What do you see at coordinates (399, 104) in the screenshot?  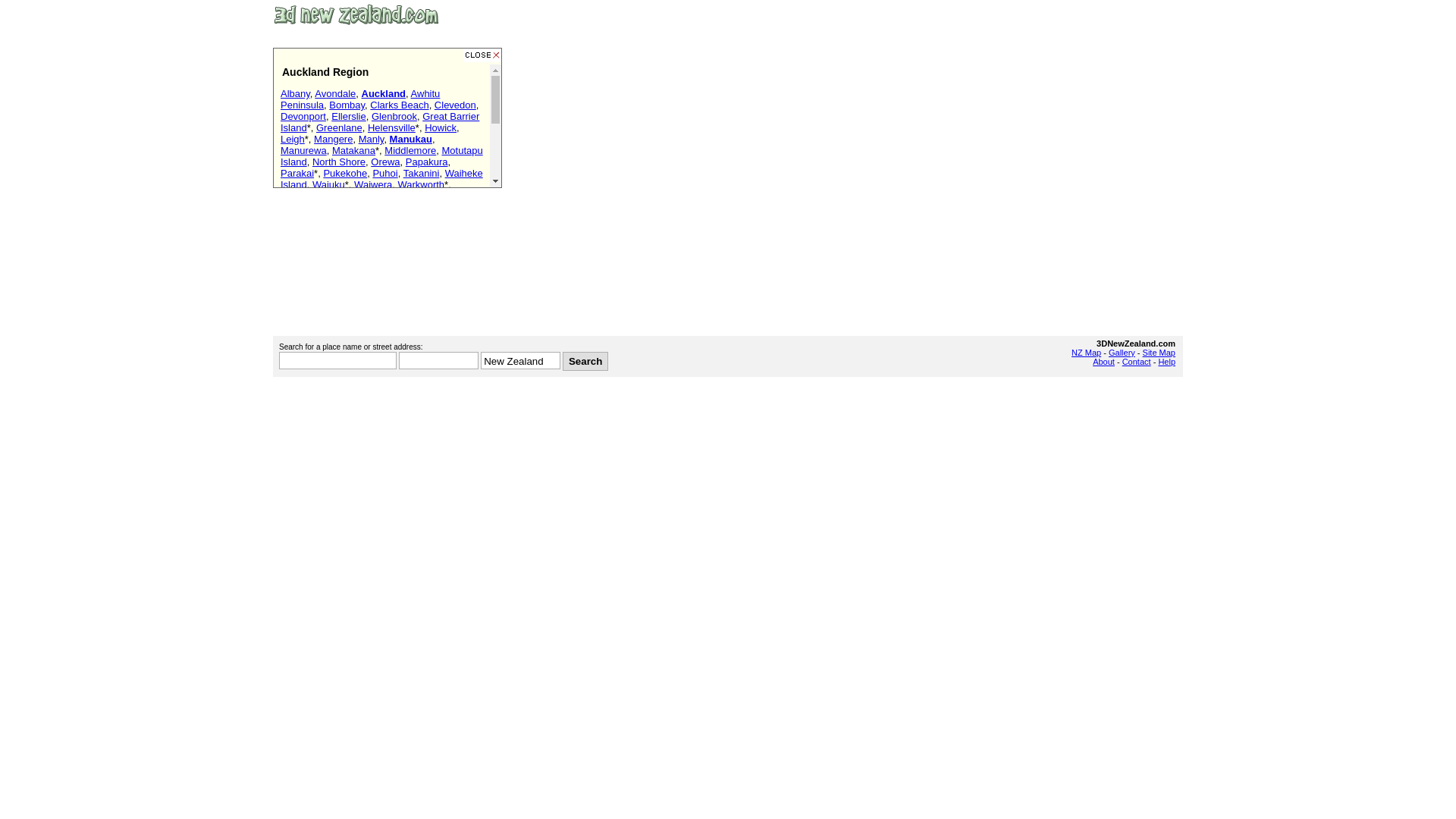 I see `'Clarks Beach'` at bounding box center [399, 104].